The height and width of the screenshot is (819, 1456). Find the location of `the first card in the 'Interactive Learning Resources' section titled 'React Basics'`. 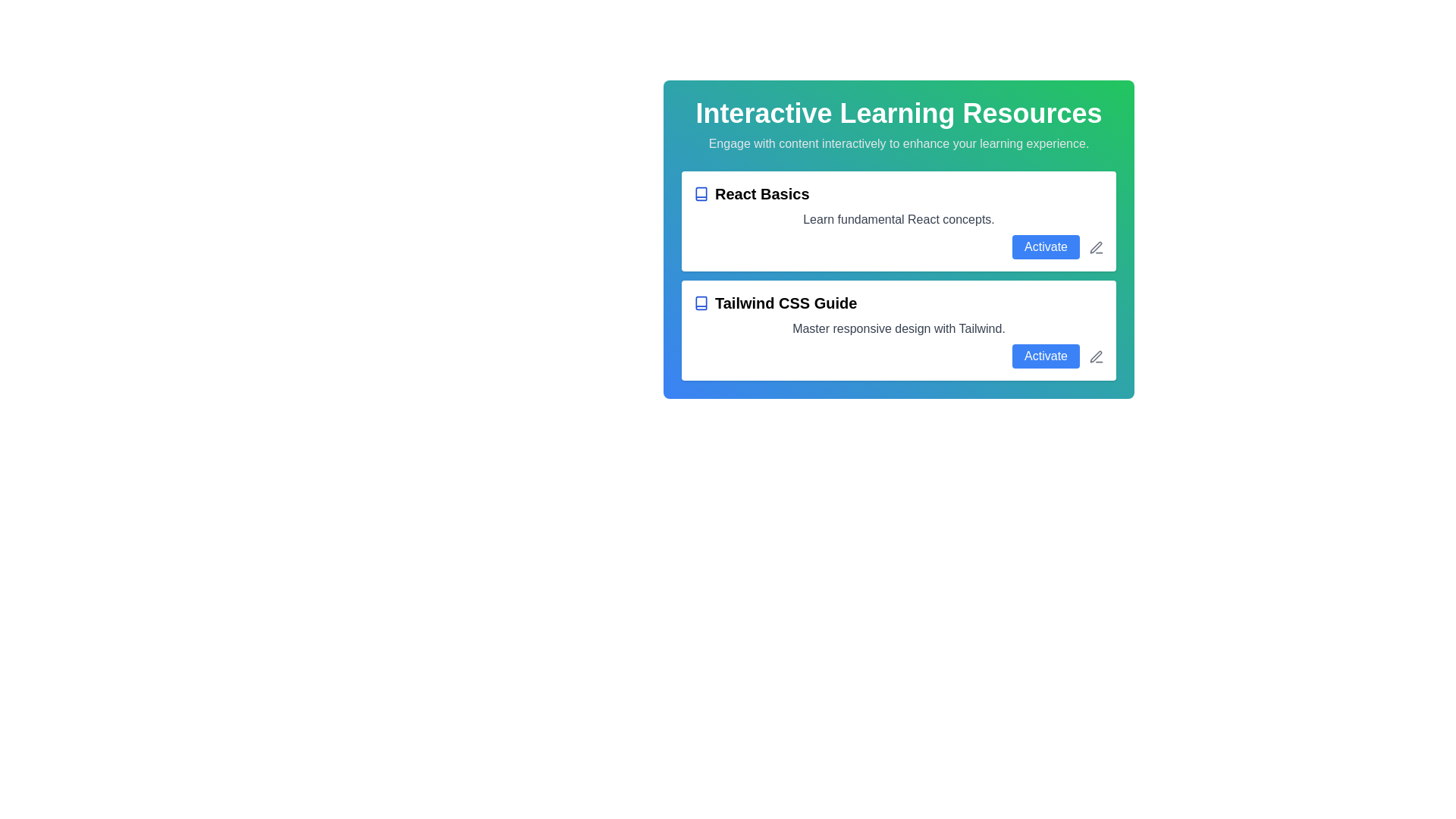

the first card in the 'Interactive Learning Resources' section titled 'React Basics' is located at coordinates (899, 221).